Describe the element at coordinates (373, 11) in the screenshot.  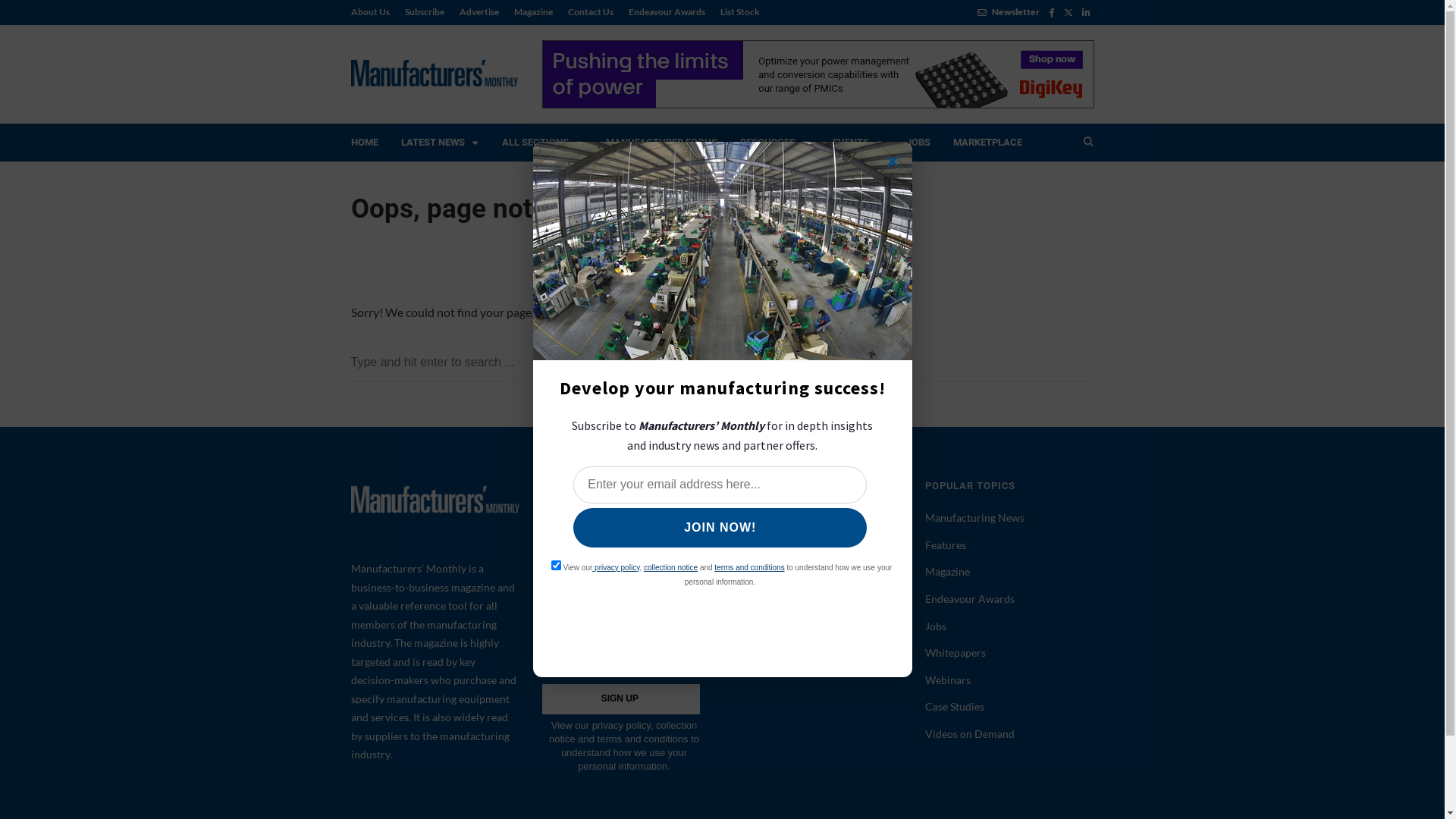
I see `'About Us'` at that location.